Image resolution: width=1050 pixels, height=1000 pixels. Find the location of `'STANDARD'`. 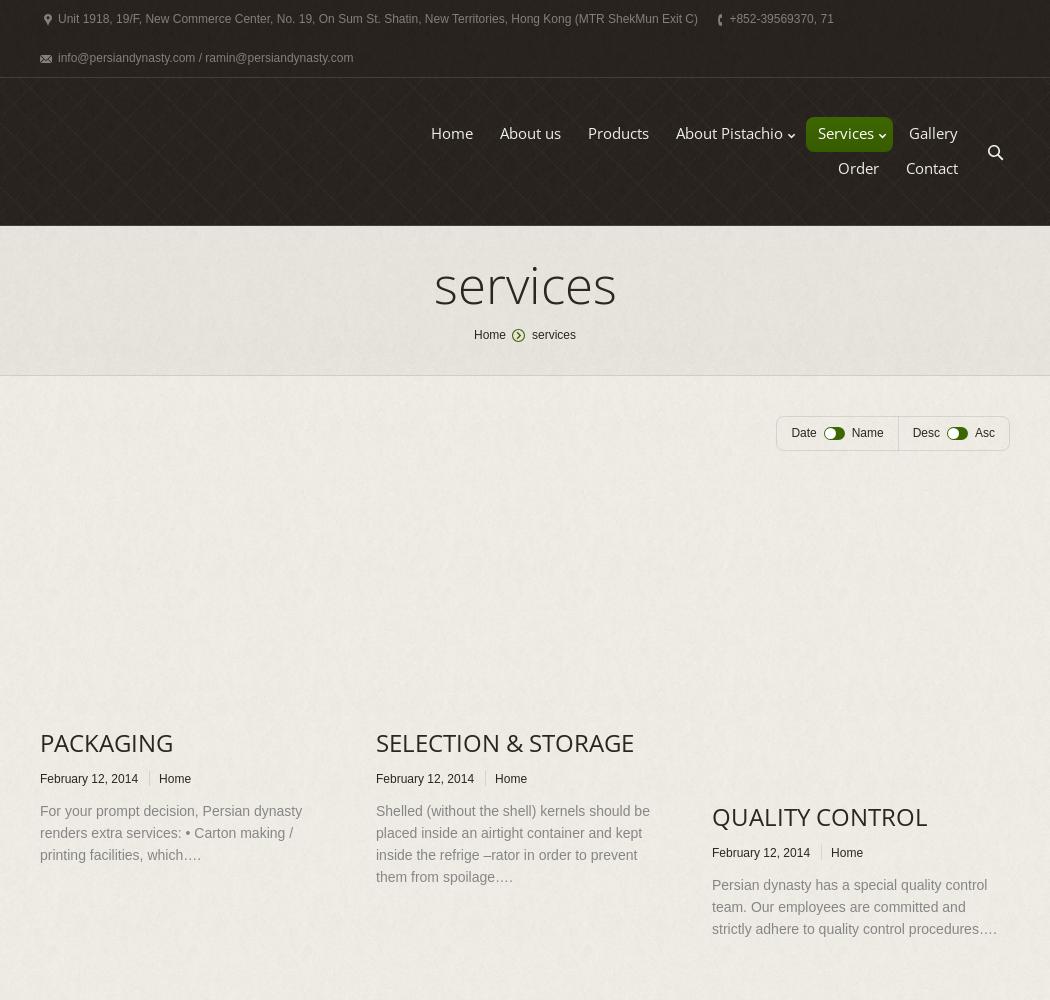

'STANDARD' is located at coordinates (718, 177).